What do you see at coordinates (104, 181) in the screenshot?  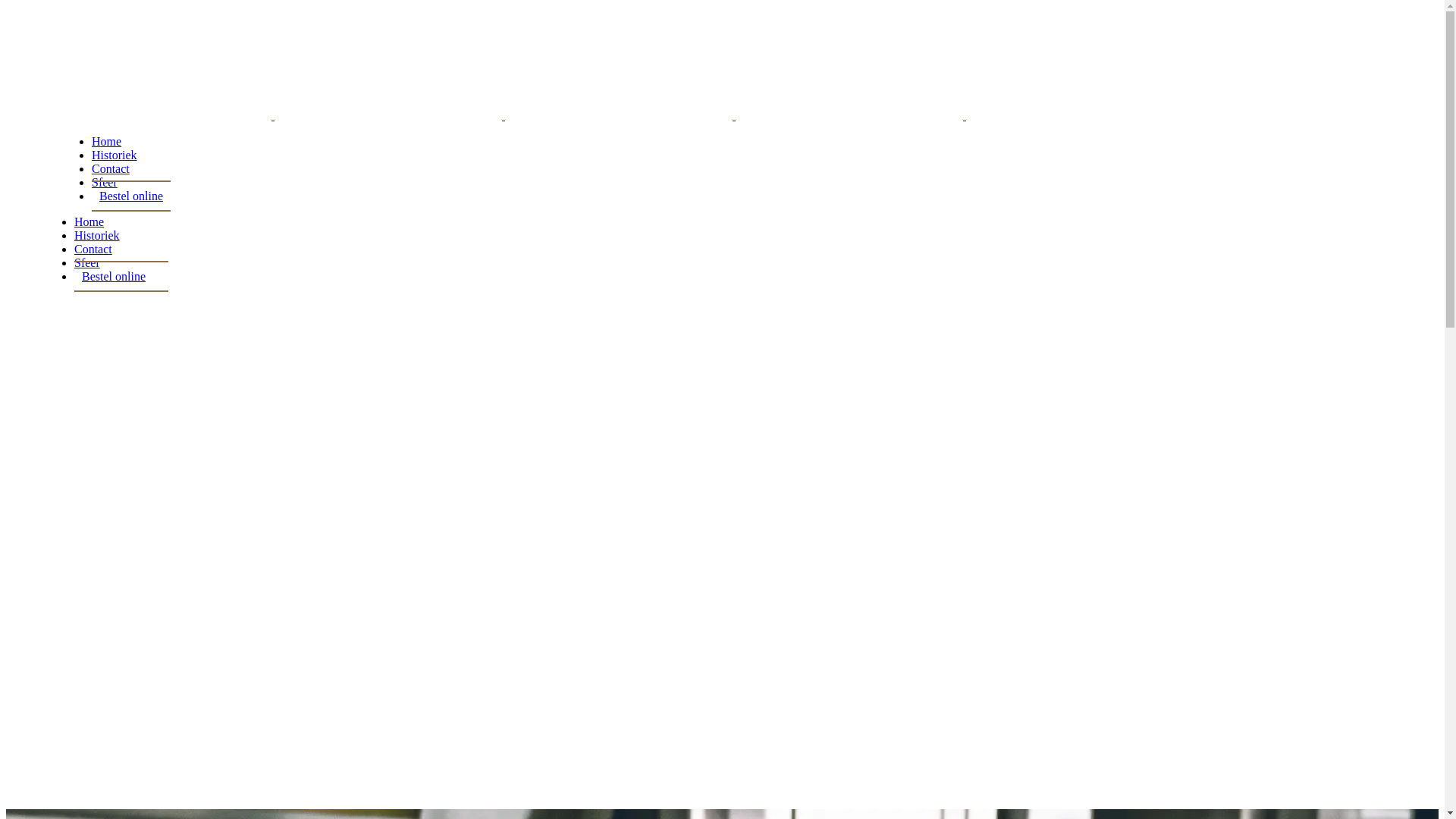 I see `'Sfeer'` at bounding box center [104, 181].